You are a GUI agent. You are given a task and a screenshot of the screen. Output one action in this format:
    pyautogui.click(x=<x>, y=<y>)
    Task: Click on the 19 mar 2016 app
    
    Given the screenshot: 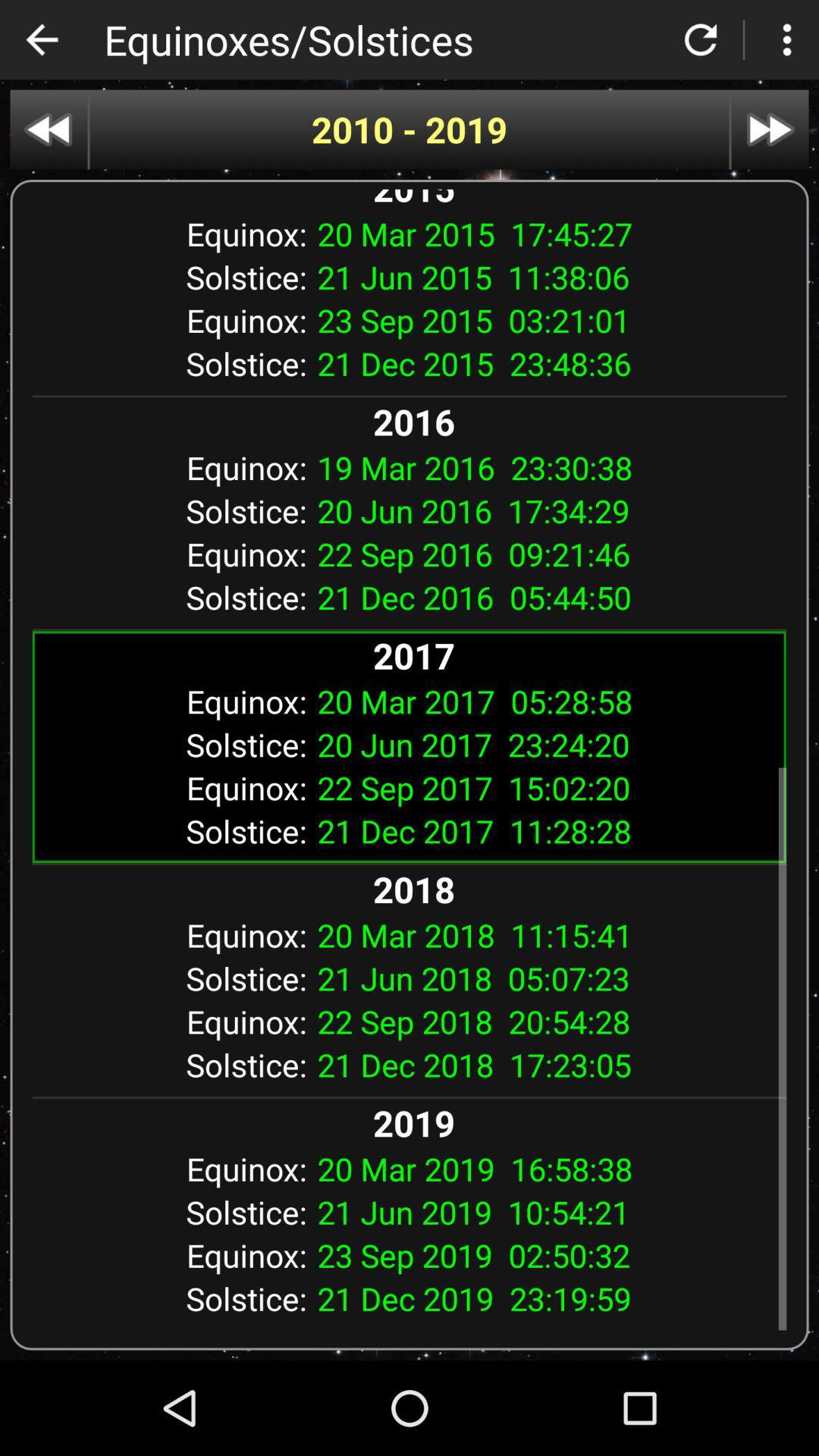 What is the action you would take?
    pyautogui.click(x=546, y=466)
    